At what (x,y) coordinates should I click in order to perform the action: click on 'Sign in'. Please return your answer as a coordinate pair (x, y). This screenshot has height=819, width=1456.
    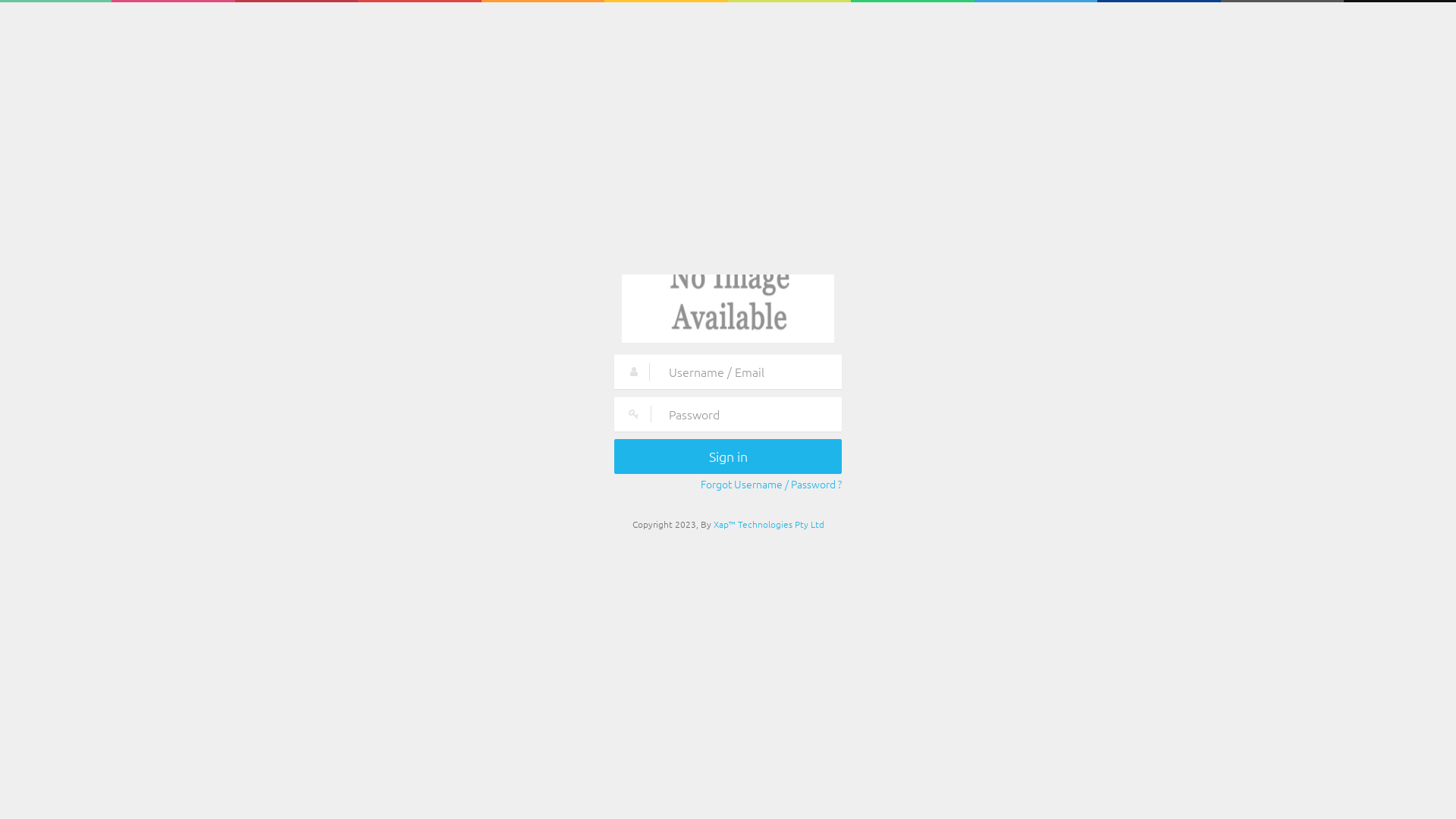
    Looking at the image, I should click on (728, 455).